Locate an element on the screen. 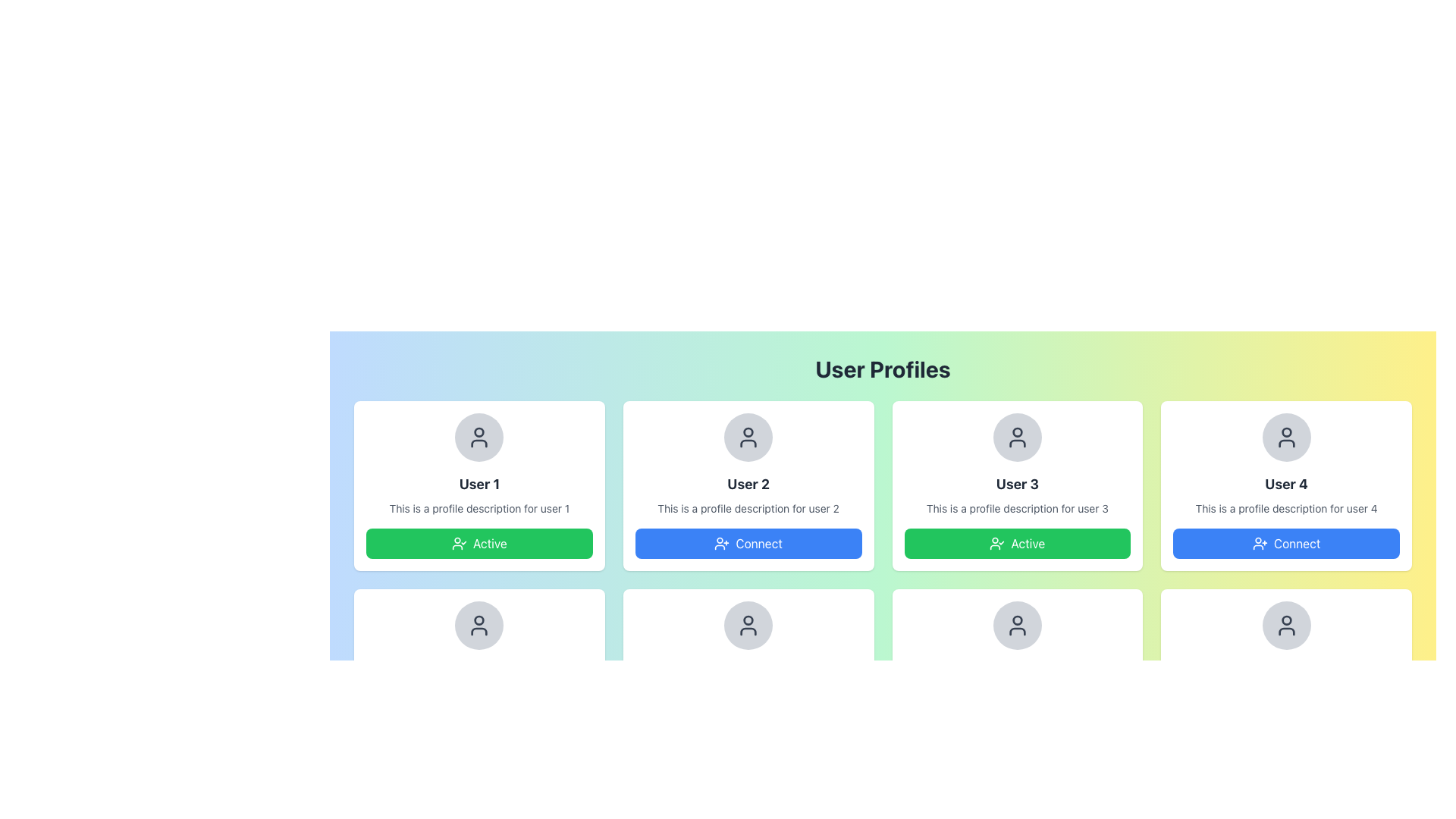 The height and width of the screenshot is (819, 1456). the 'User 4' text label, which is styled in bold with a larger font size, located in the fourth profile card in the top row of the grid layout is located at coordinates (1285, 485).